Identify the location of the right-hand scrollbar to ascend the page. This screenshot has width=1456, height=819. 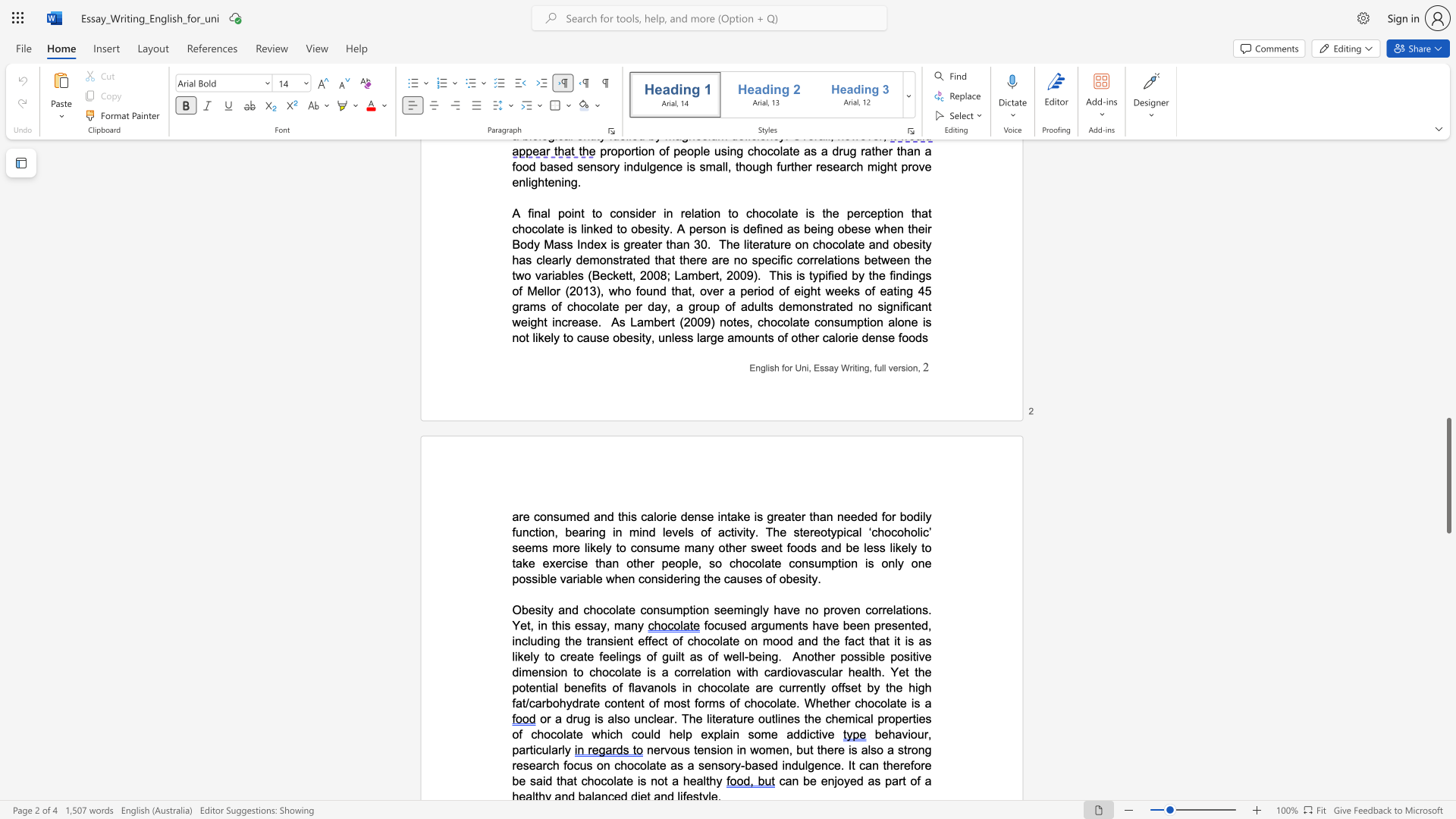
(1448, 409).